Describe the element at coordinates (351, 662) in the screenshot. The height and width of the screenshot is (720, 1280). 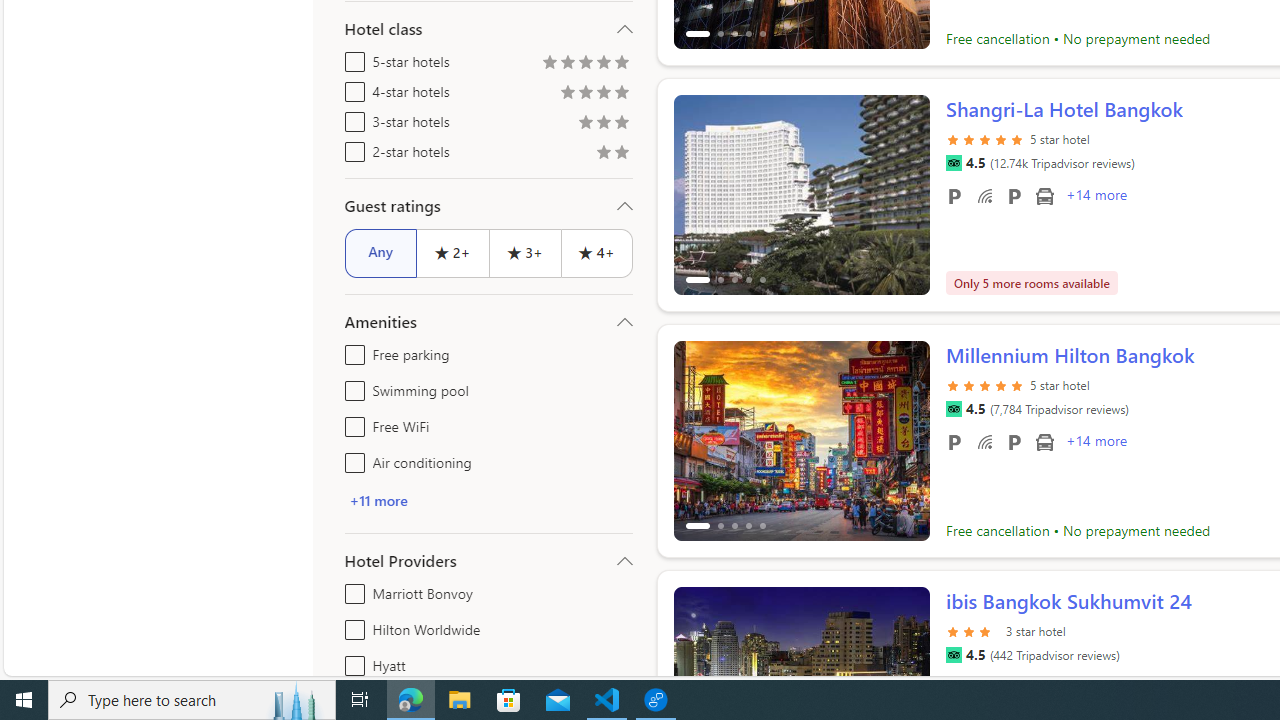
I see `'Hyatt'` at that location.